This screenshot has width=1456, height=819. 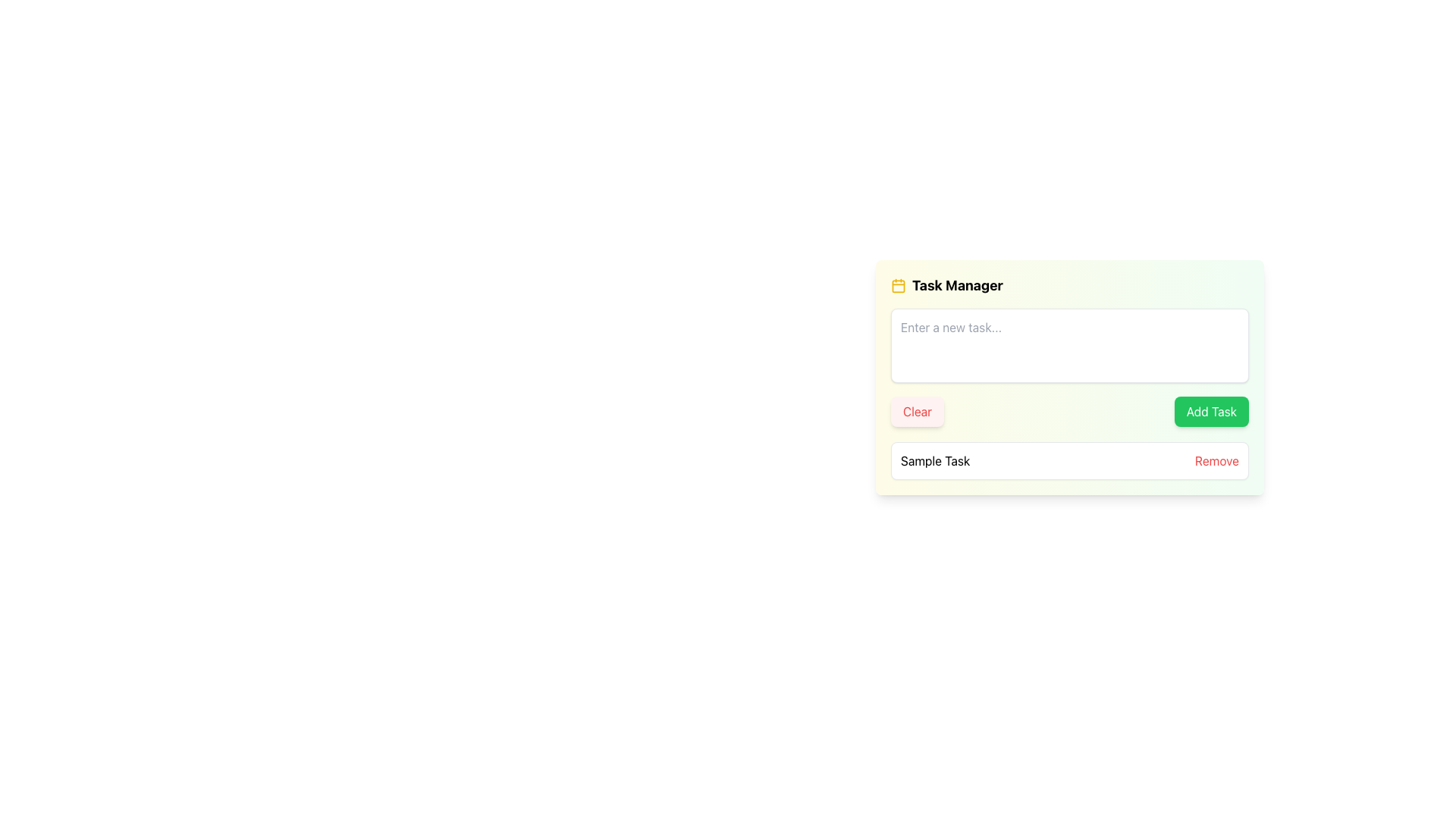 What do you see at coordinates (899, 286) in the screenshot?
I see `the yellow calendar icon located to the left of the 'Task Manager' title in the header section` at bounding box center [899, 286].